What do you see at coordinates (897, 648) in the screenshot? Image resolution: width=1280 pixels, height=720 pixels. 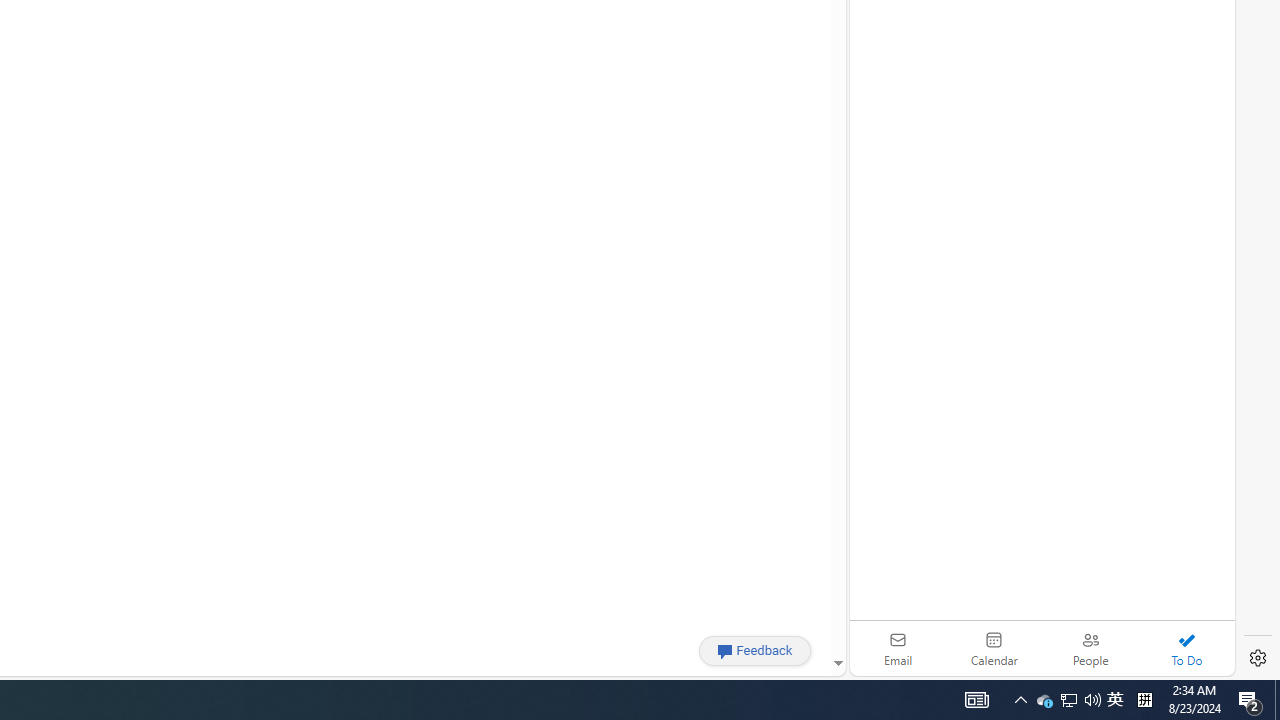 I see `'Email'` at bounding box center [897, 648].